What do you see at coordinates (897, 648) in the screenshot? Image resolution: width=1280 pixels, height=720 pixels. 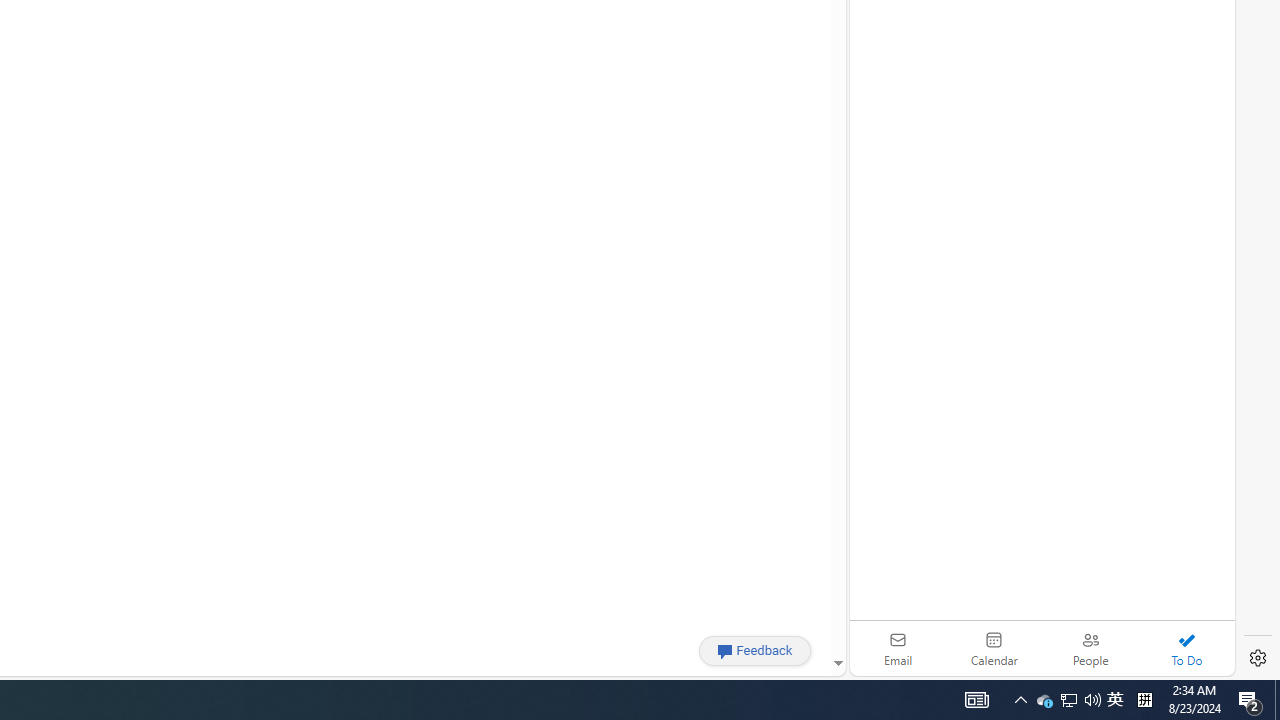 I see `'Email'` at bounding box center [897, 648].